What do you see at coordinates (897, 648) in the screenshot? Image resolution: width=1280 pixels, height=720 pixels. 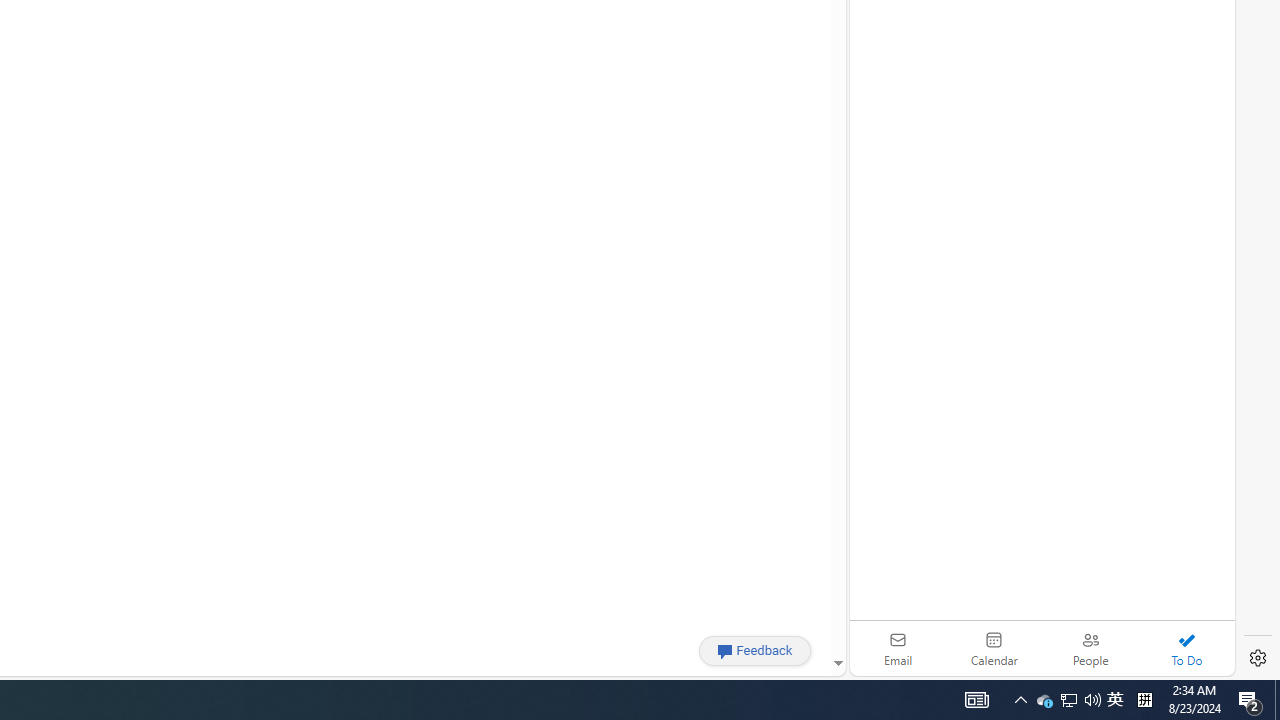 I see `'Email'` at bounding box center [897, 648].